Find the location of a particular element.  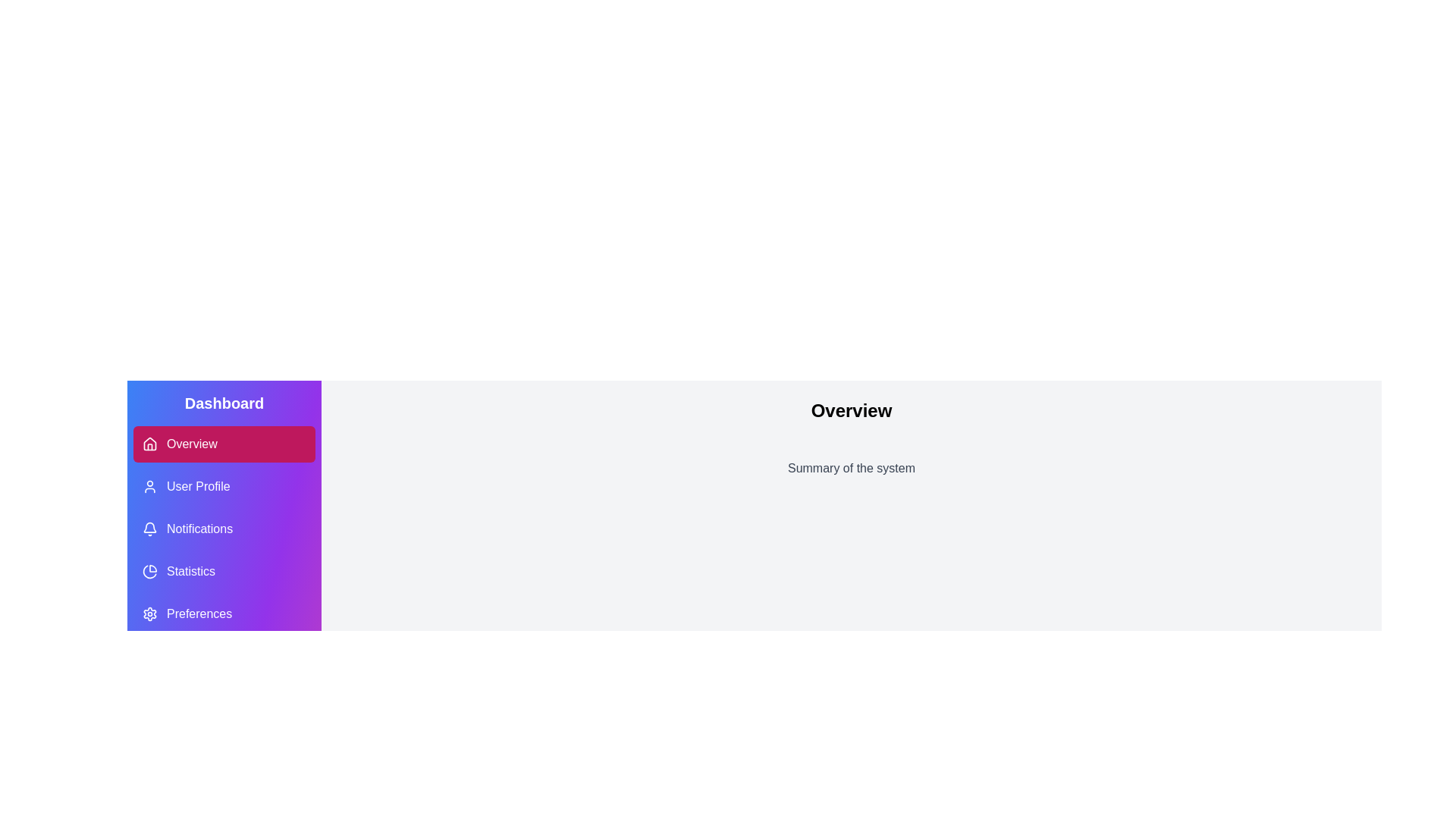

decorative bell icon located in the sidebar, positioned between the 'User Profile' and 'Statistics' text, to check for notifications or alerts is located at coordinates (149, 526).